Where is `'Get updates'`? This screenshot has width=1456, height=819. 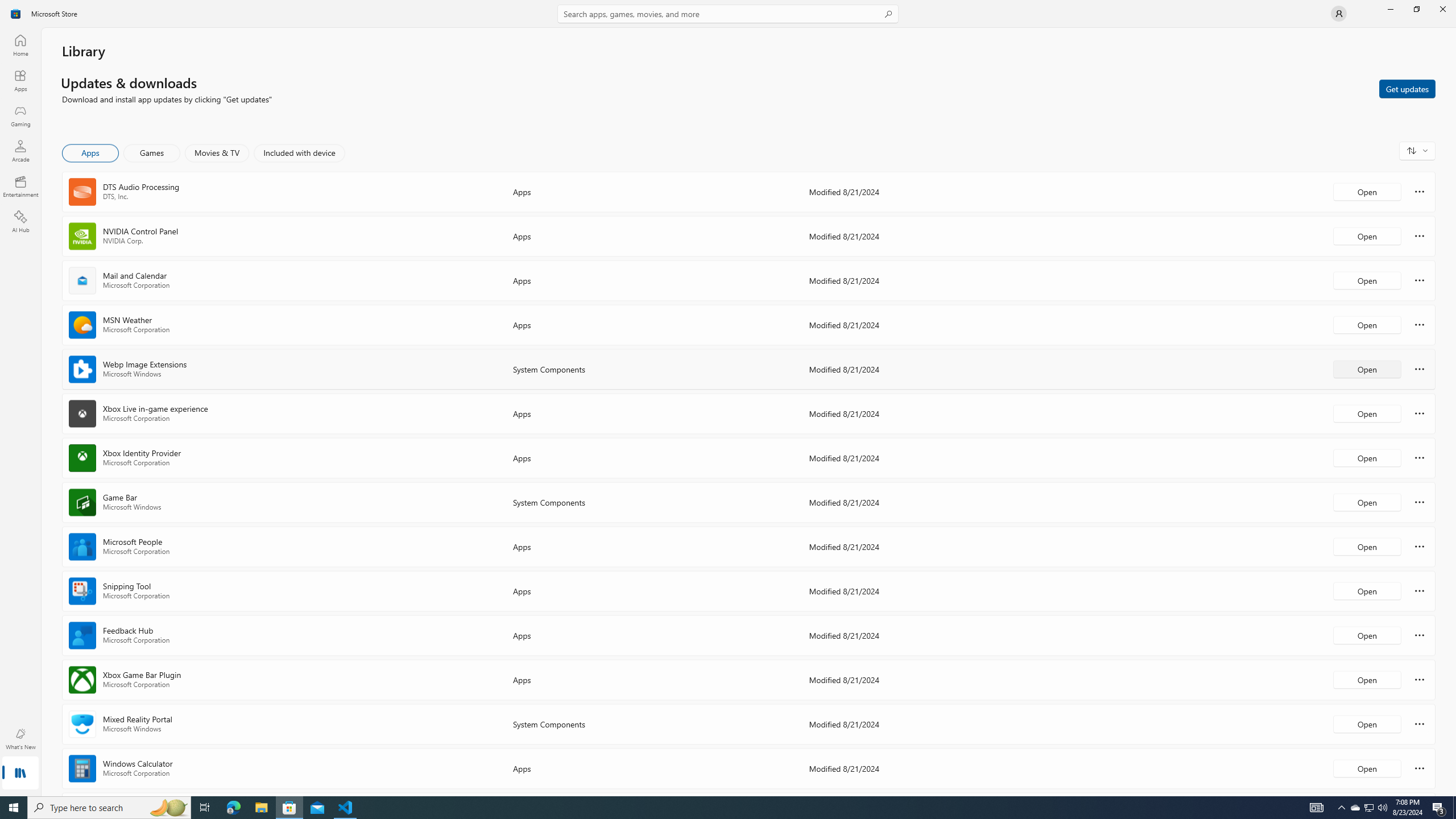 'Get updates' is located at coordinates (1407, 88).